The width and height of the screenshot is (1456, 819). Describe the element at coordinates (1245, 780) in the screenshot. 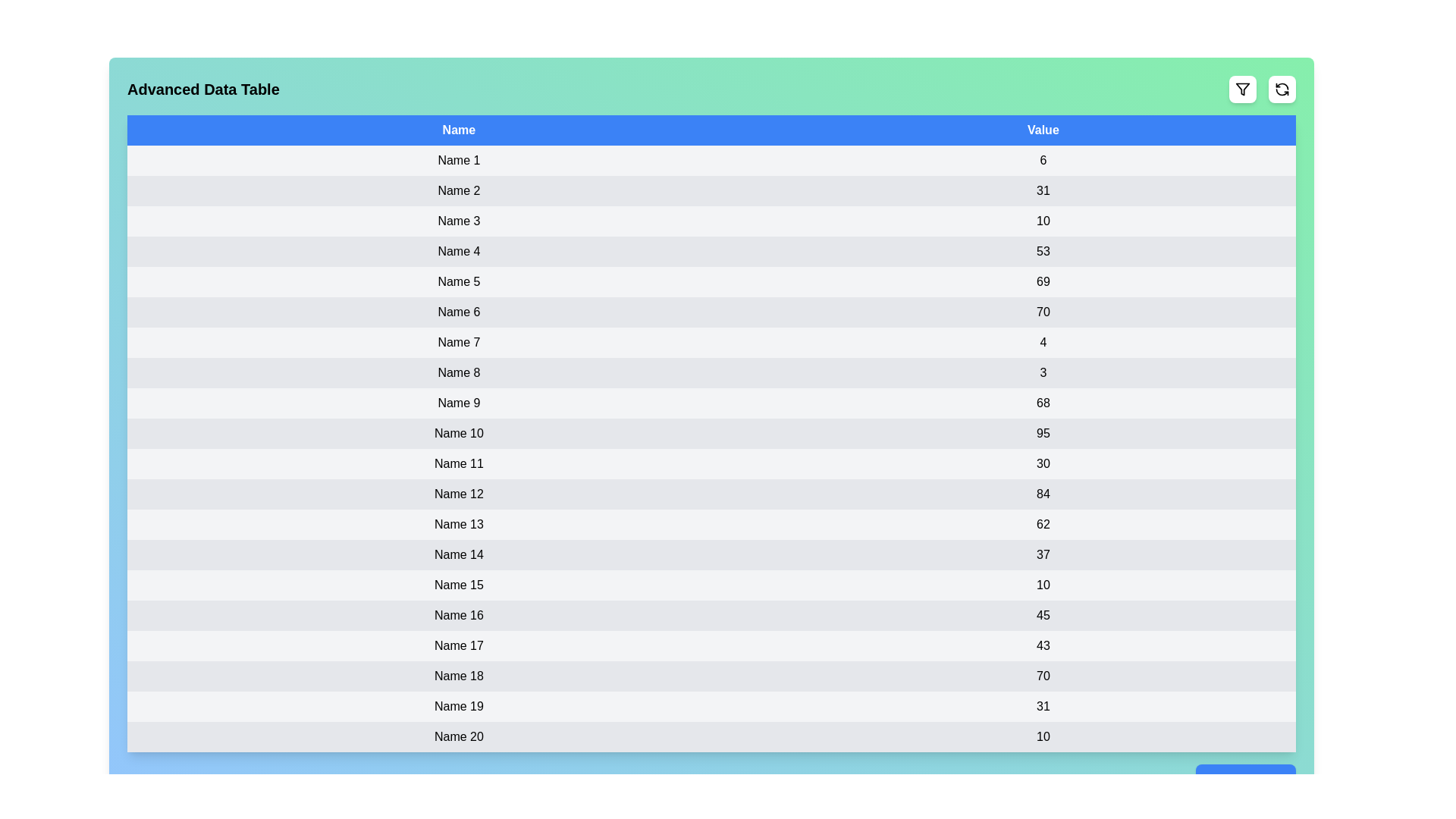

I see `the 'Export Data' button to initiate the data export process` at that location.